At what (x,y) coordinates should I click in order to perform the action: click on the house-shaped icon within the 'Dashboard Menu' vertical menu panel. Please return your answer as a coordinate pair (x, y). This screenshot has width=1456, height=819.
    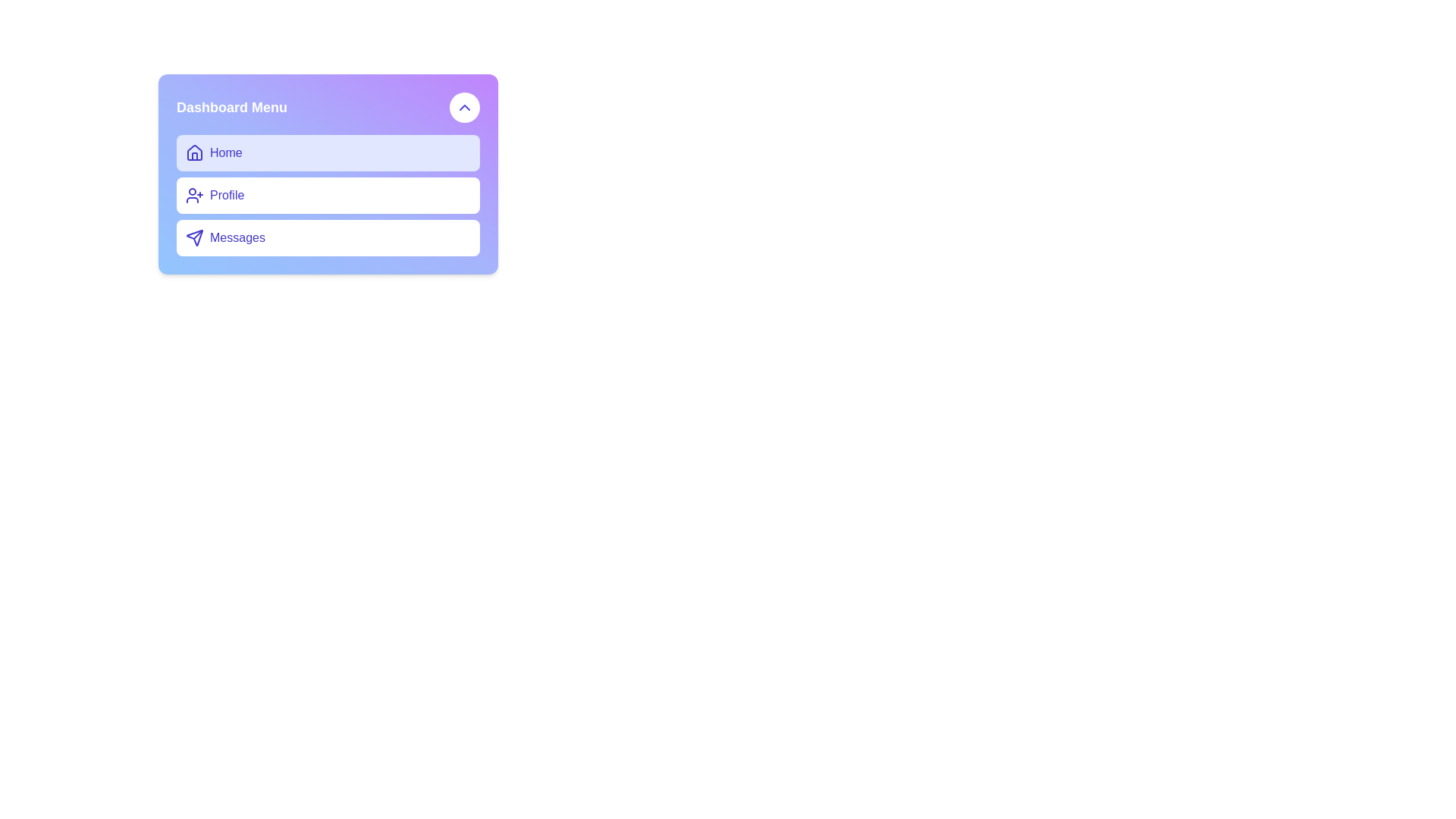
    Looking at the image, I should click on (194, 152).